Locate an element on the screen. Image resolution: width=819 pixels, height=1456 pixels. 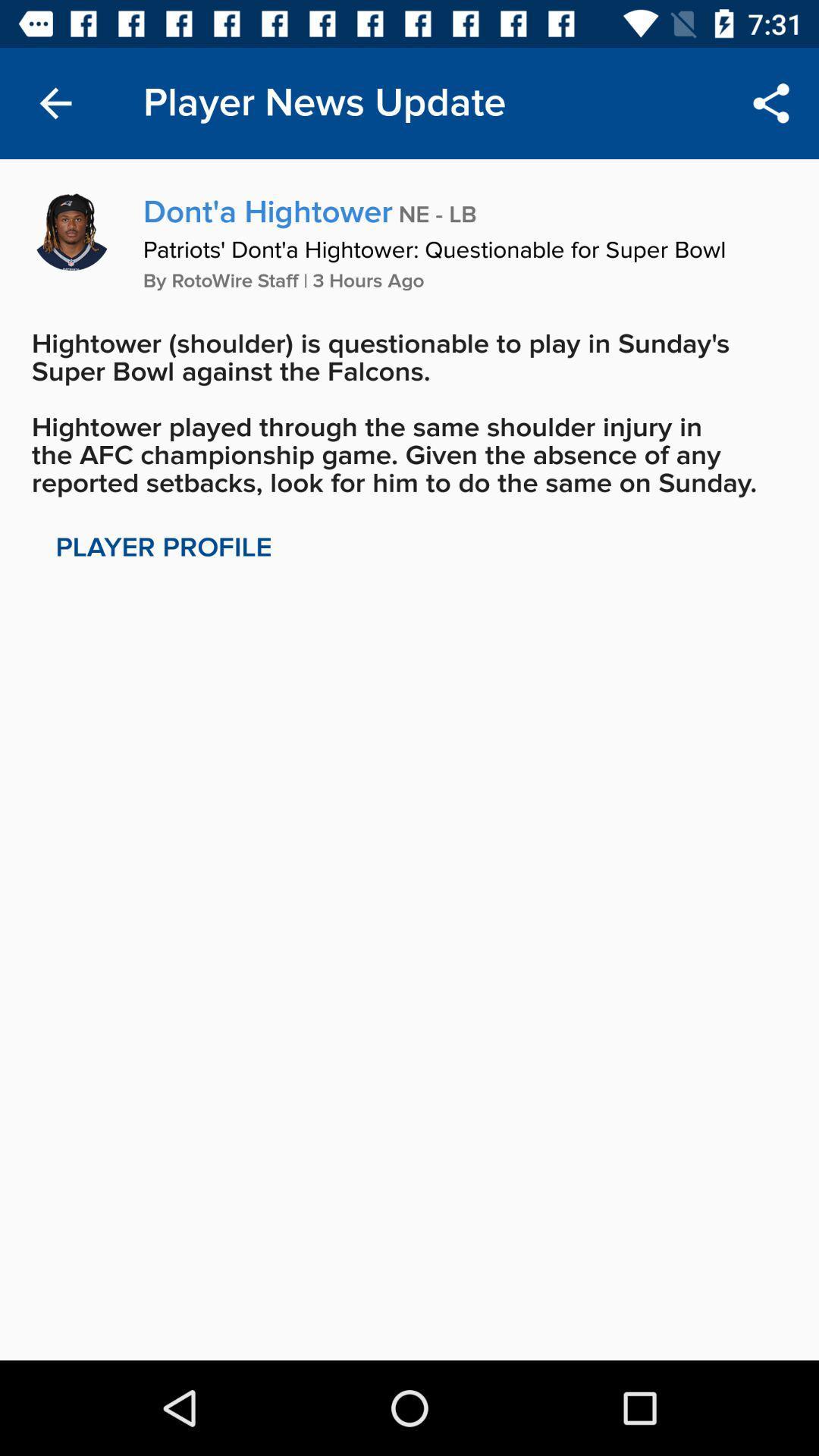
the player profile is located at coordinates (164, 547).